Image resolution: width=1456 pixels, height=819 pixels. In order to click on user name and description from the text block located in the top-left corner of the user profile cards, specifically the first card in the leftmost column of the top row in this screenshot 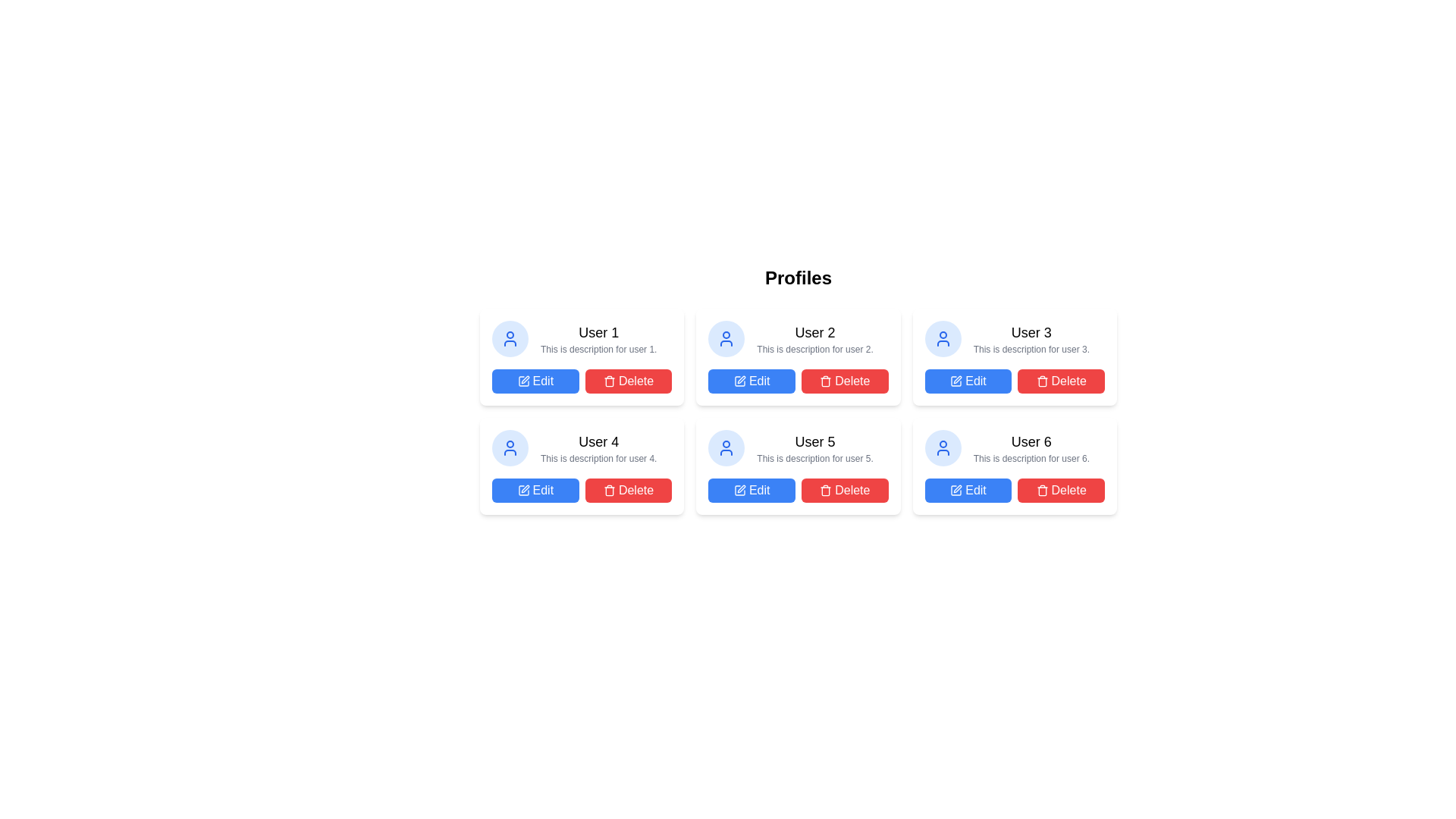, I will do `click(598, 338)`.